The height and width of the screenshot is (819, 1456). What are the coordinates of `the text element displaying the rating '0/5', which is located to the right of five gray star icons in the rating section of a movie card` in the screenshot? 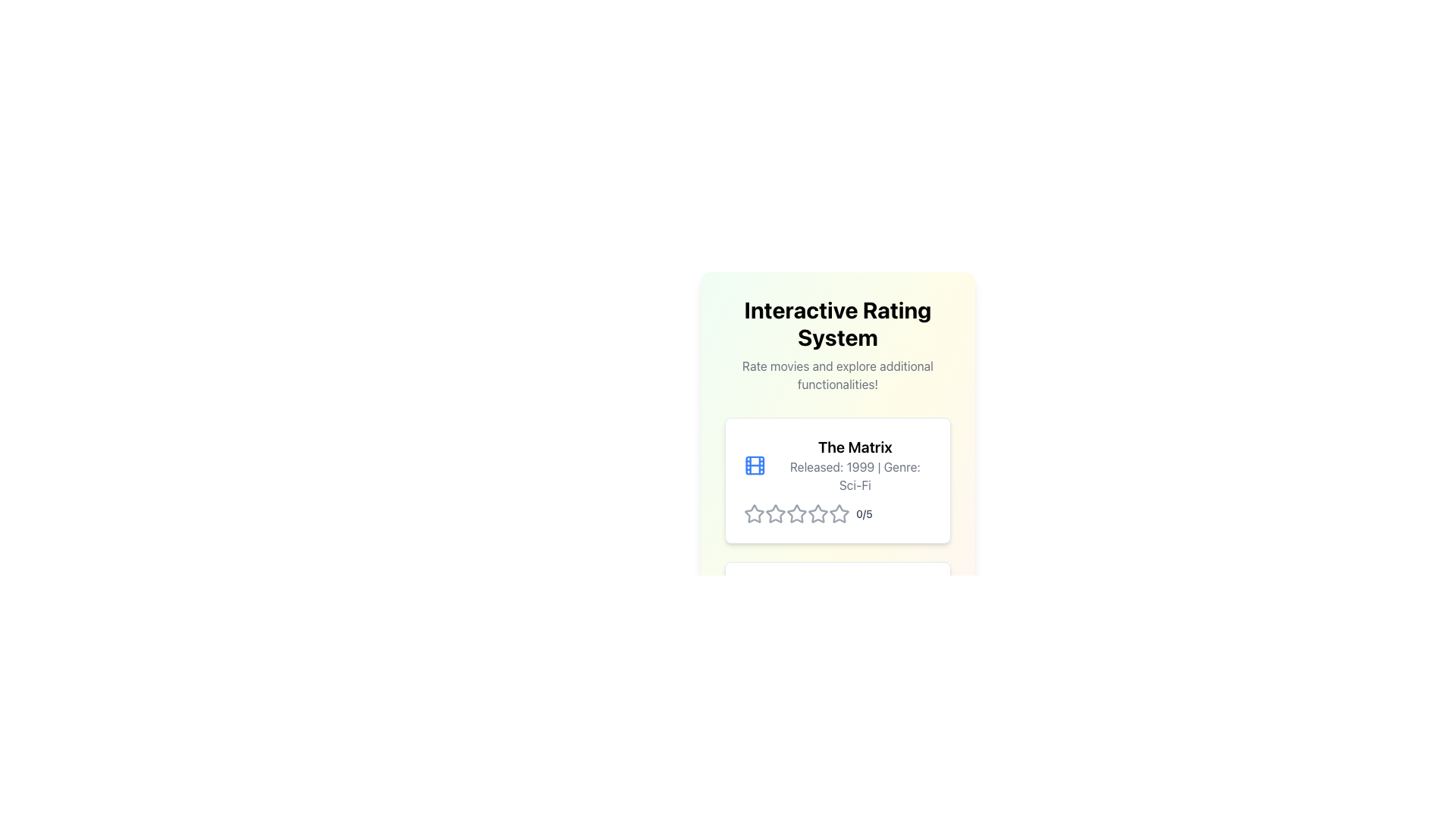 It's located at (864, 513).